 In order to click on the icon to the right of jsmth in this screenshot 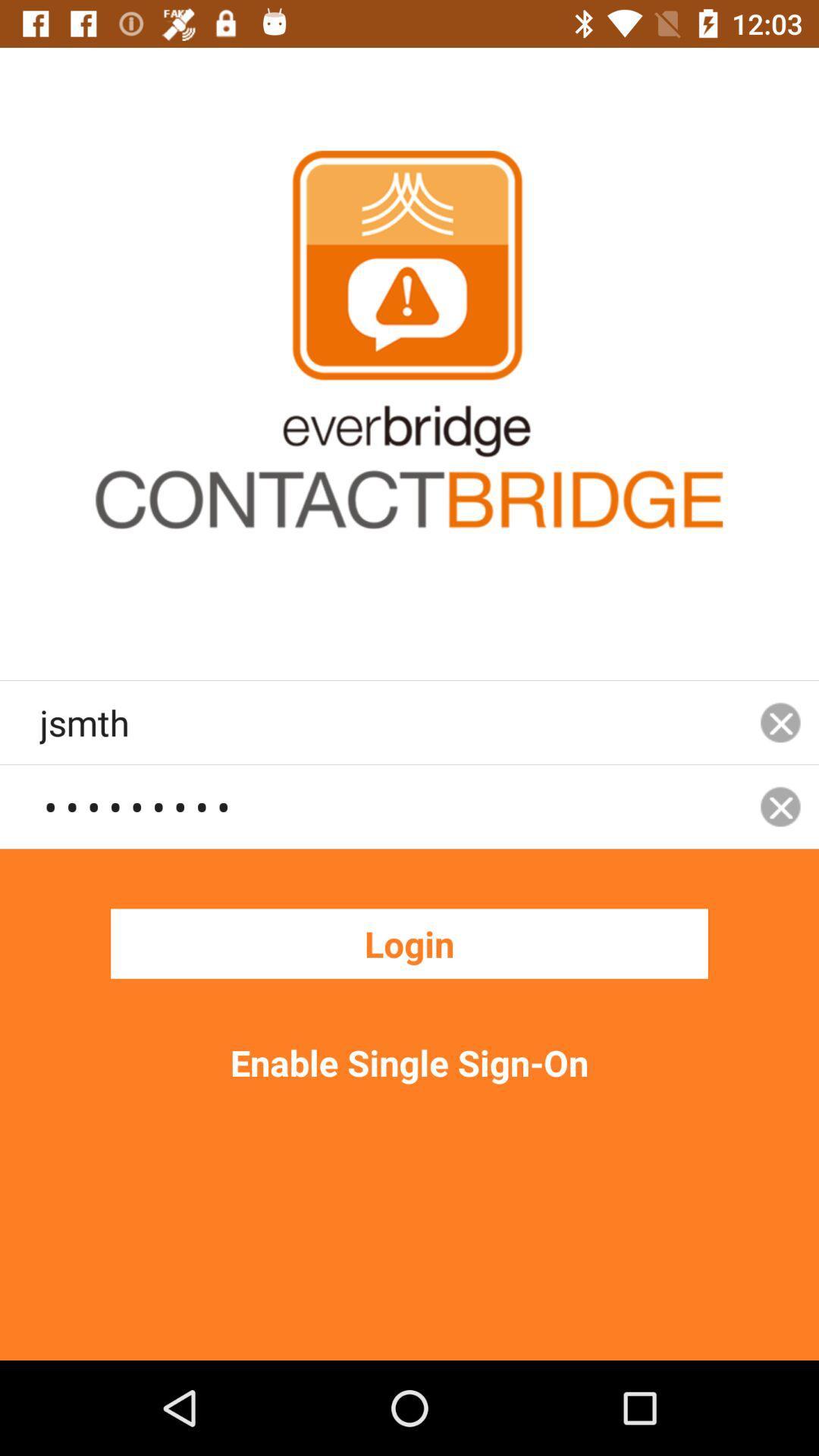, I will do `click(780, 805)`.